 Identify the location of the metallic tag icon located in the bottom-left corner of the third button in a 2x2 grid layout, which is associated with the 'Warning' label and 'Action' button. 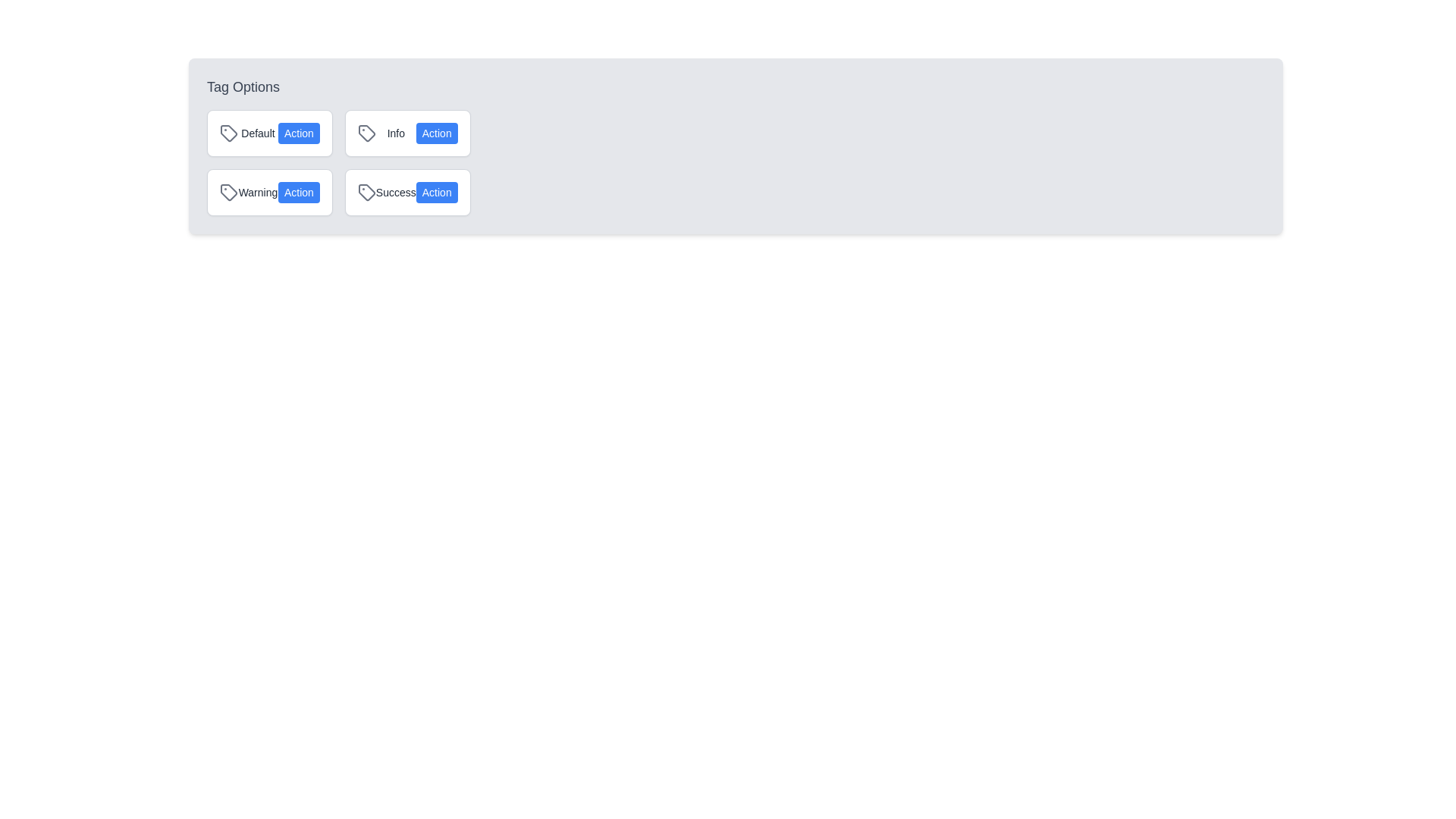
(228, 192).